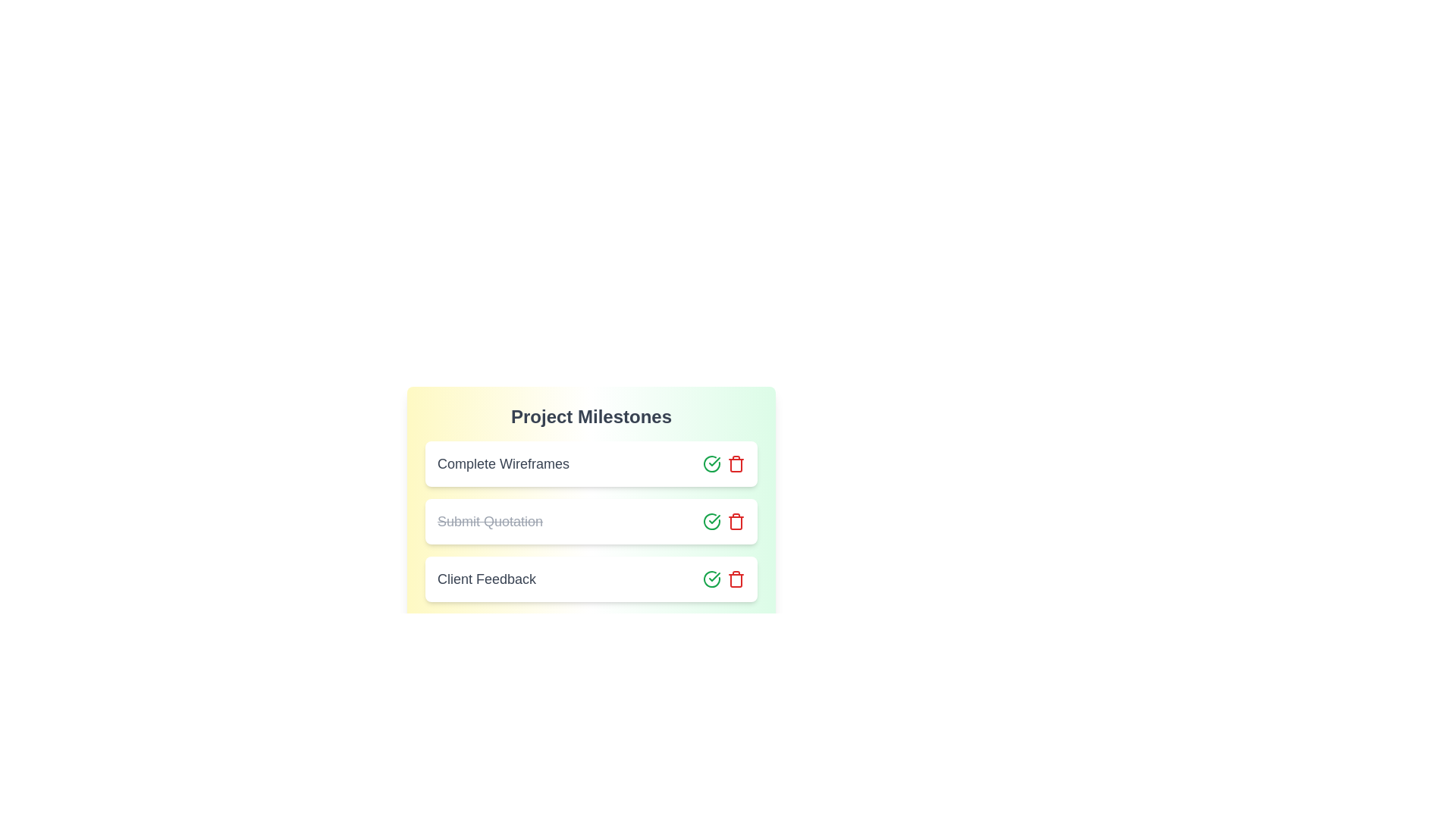 This screenshot has width=1456, height=819. Describe the element at coordinates (736, 579) in the screenshot. I see `the delete button for the task 'Client Feedback'` at that location.